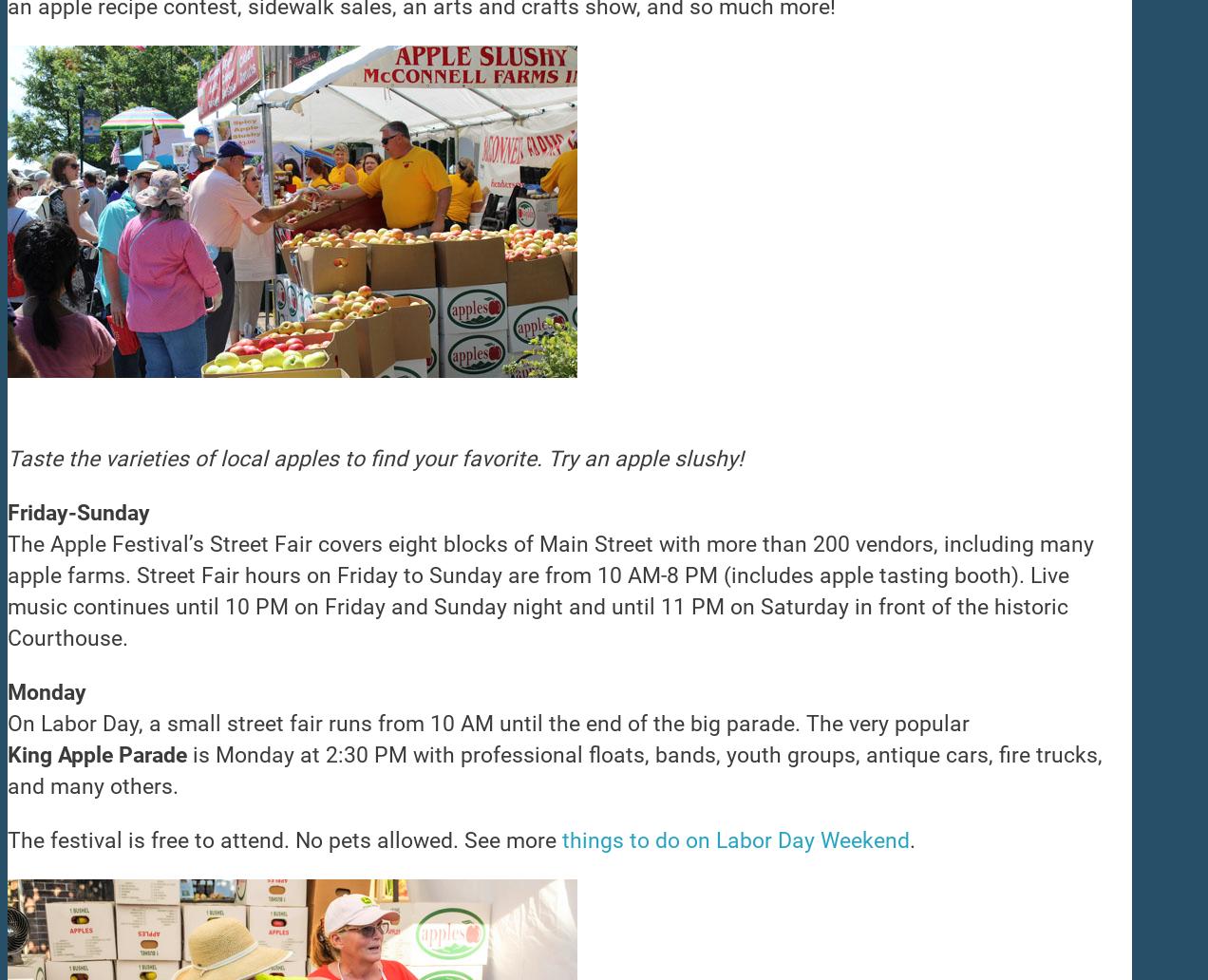  What do you see at coordinates (555, 770) in the screenshot?
I see `'is Monday at 2:30 PM with professional floats, bands, youth groups, antique cars, fire trucks, and many others.'` at bounding box center [555, 770].